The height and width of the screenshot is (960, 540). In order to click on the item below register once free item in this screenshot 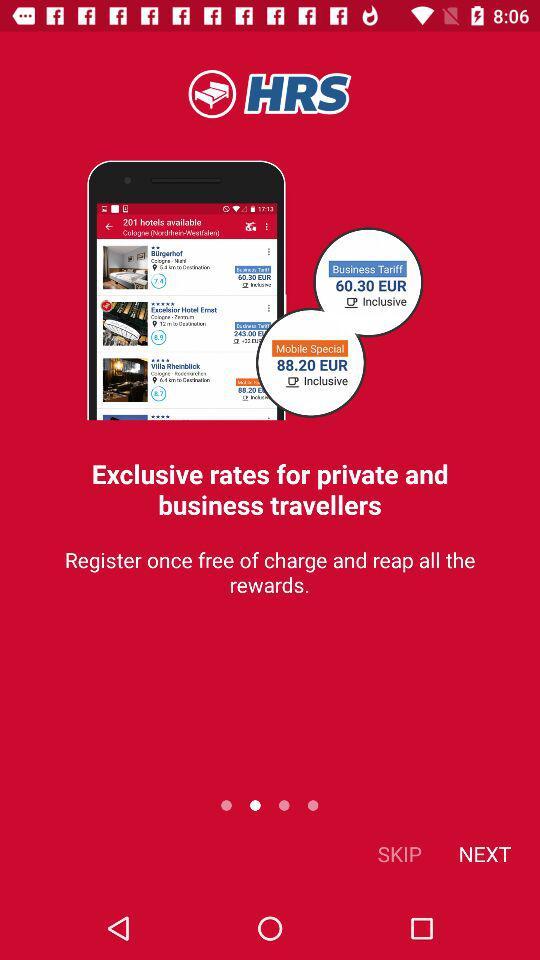, I will do `click(399, 852)`.